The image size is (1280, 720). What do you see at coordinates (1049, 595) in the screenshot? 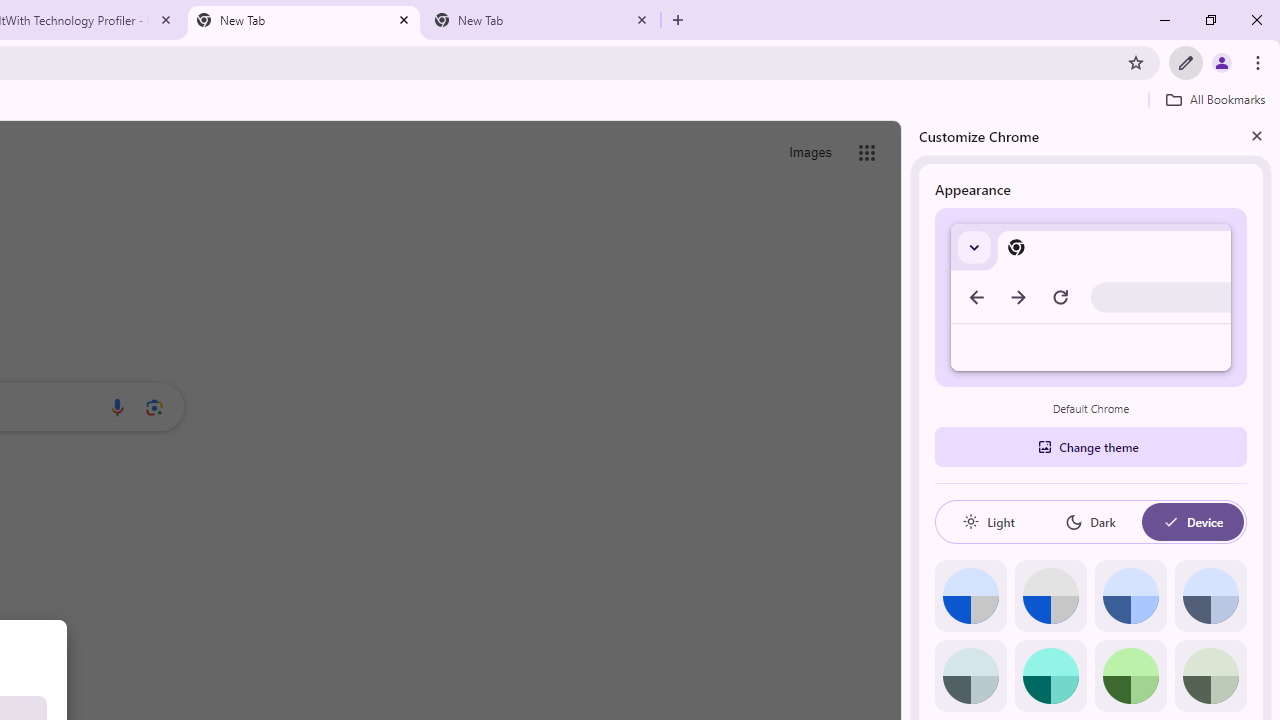
I see `'Grey default color'` at bounding box center [1049, 595].